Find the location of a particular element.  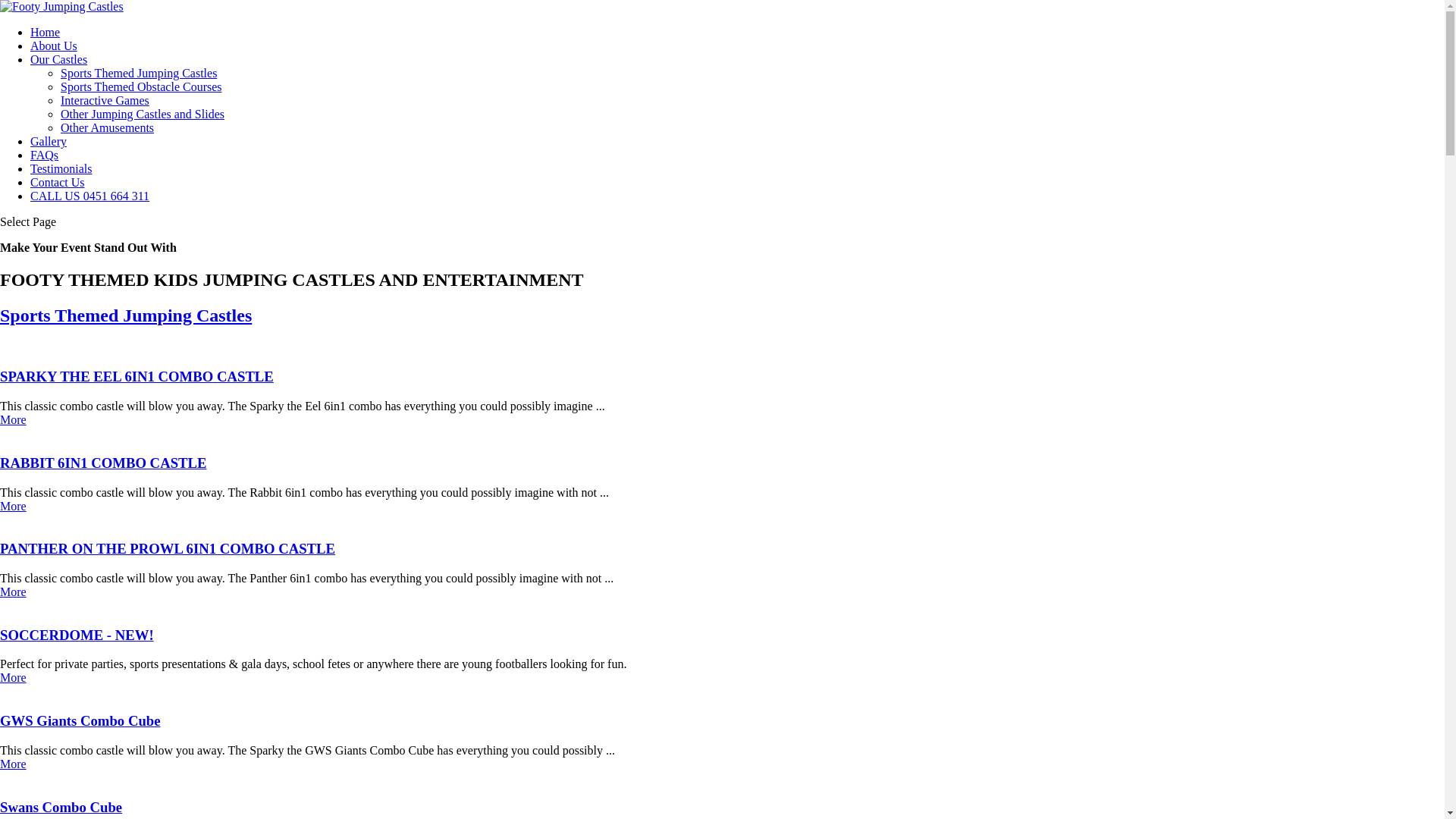

'Gallery' is located at coordinates (48, 141).